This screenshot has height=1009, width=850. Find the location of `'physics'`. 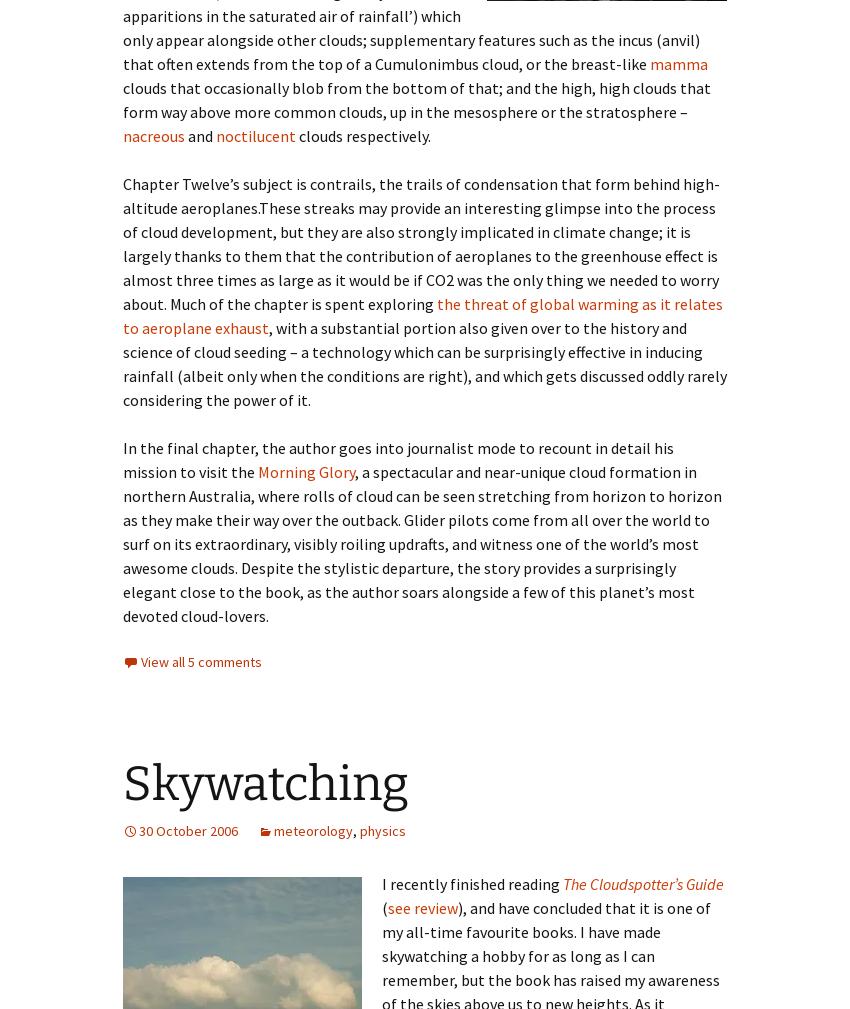

'physics' is located at coordinates (382, 830).